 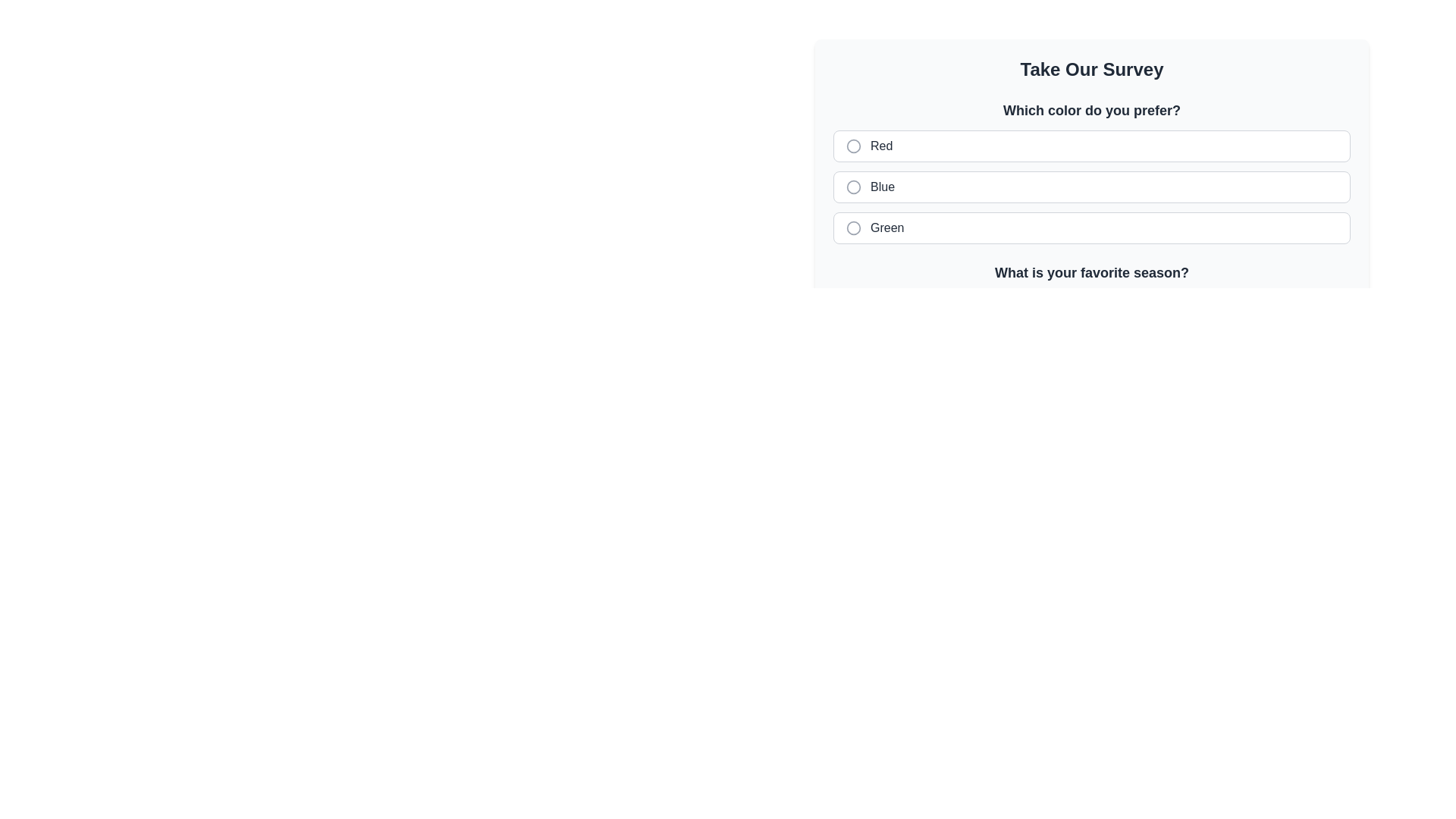 What do you see at coordinates (854, 186) in the screenshot?
I see `the decorative or functional icon located before the text 'Blue' in the horizontal list of selectable answers` at bounding box center [854, 186].